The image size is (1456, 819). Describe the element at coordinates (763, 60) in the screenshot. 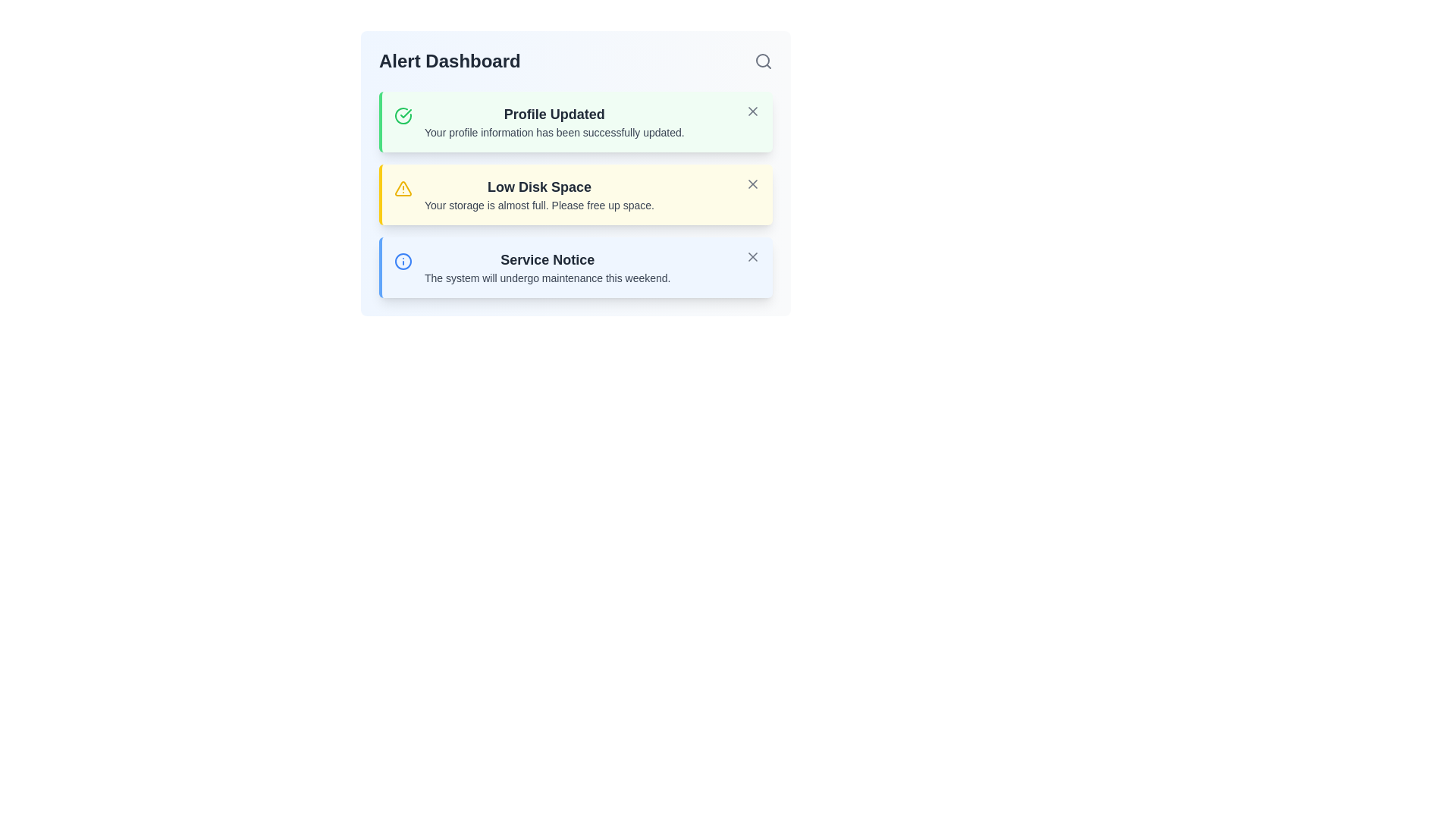

I see `the SVG Circle representing the lens of the search icon located at the upper-right corner of the user interface, adjacent to the 'Alert Dashboard' title area` at that location.